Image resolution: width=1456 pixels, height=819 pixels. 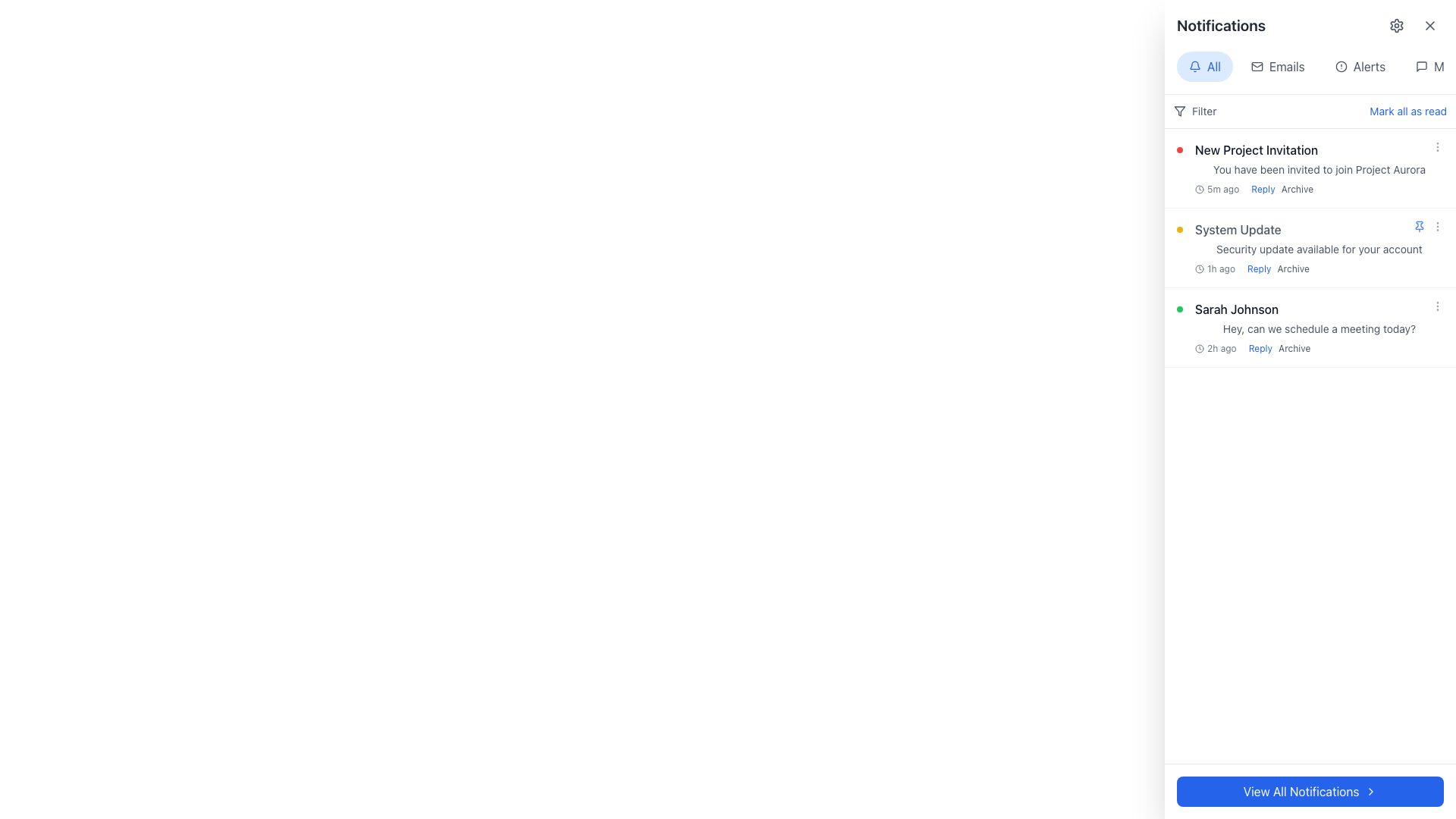 I want to click on the interactive 'Filter' button, which consists of a filter icon followed by the word 'Filter' in gray text, located on the left side of the header-like bar within the notifications pane, so click(x=1194, y=110).